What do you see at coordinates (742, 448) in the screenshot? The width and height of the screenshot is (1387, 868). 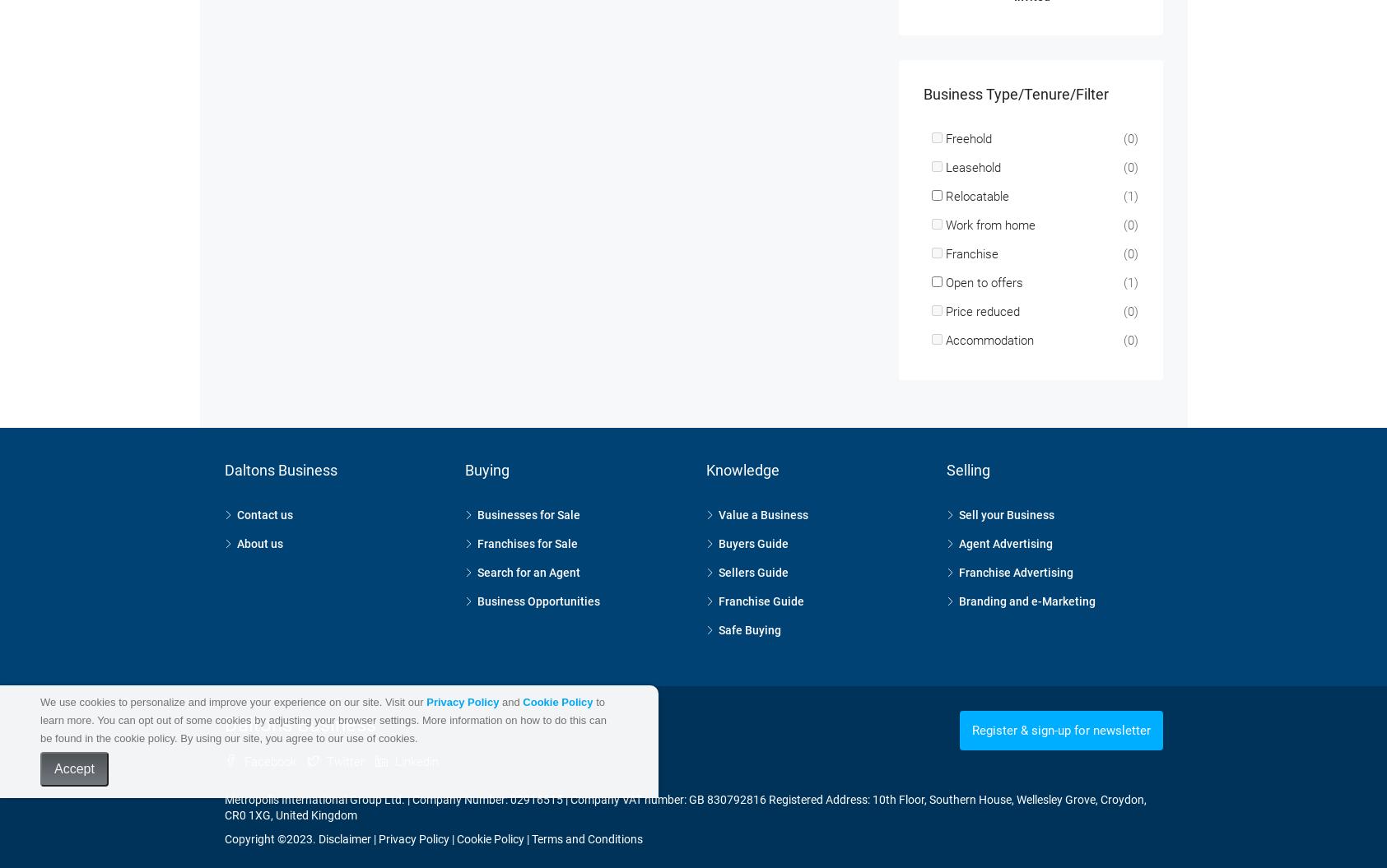 I see `'Knowledge'` at bounding box center [742, 448].